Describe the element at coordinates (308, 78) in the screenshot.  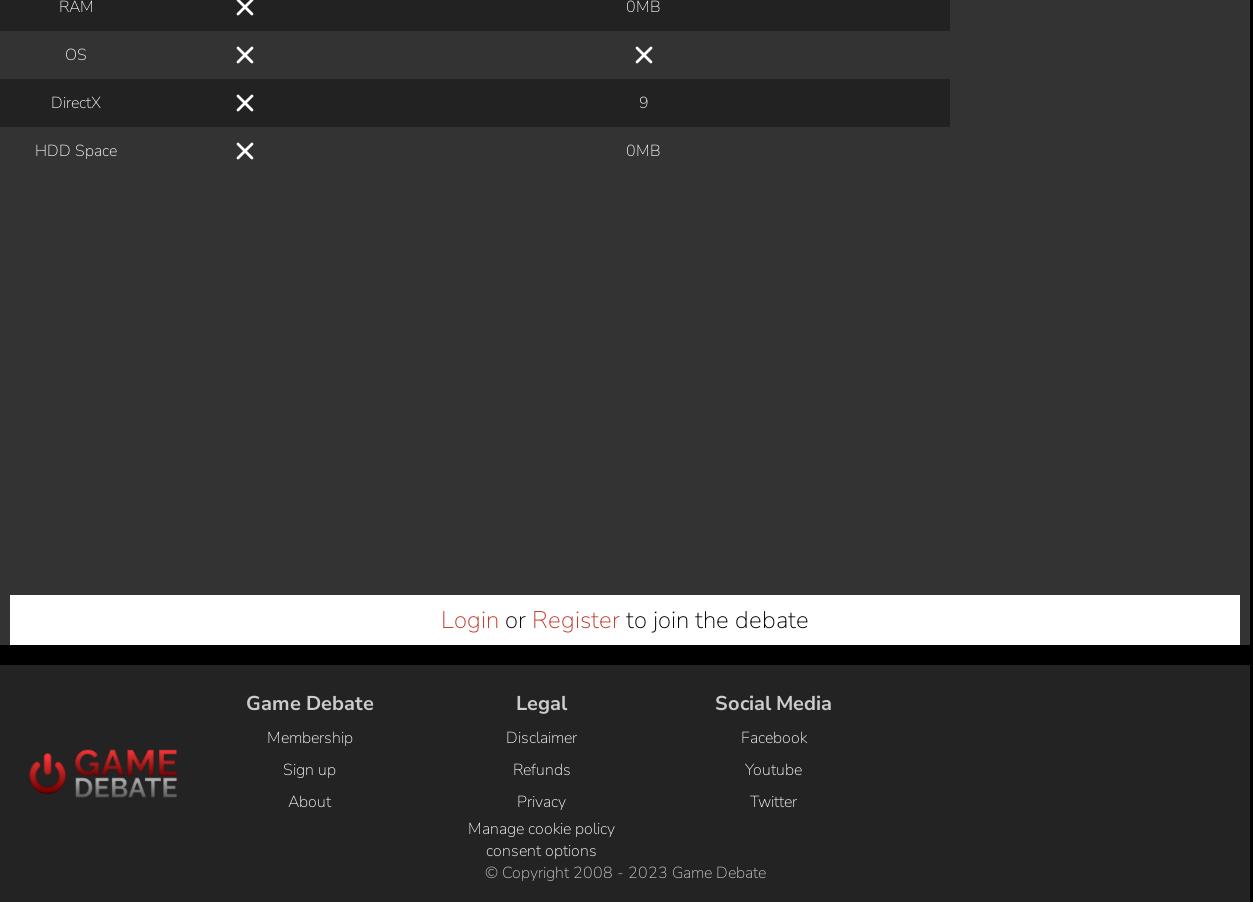
I see `'Sign up'` at that location.